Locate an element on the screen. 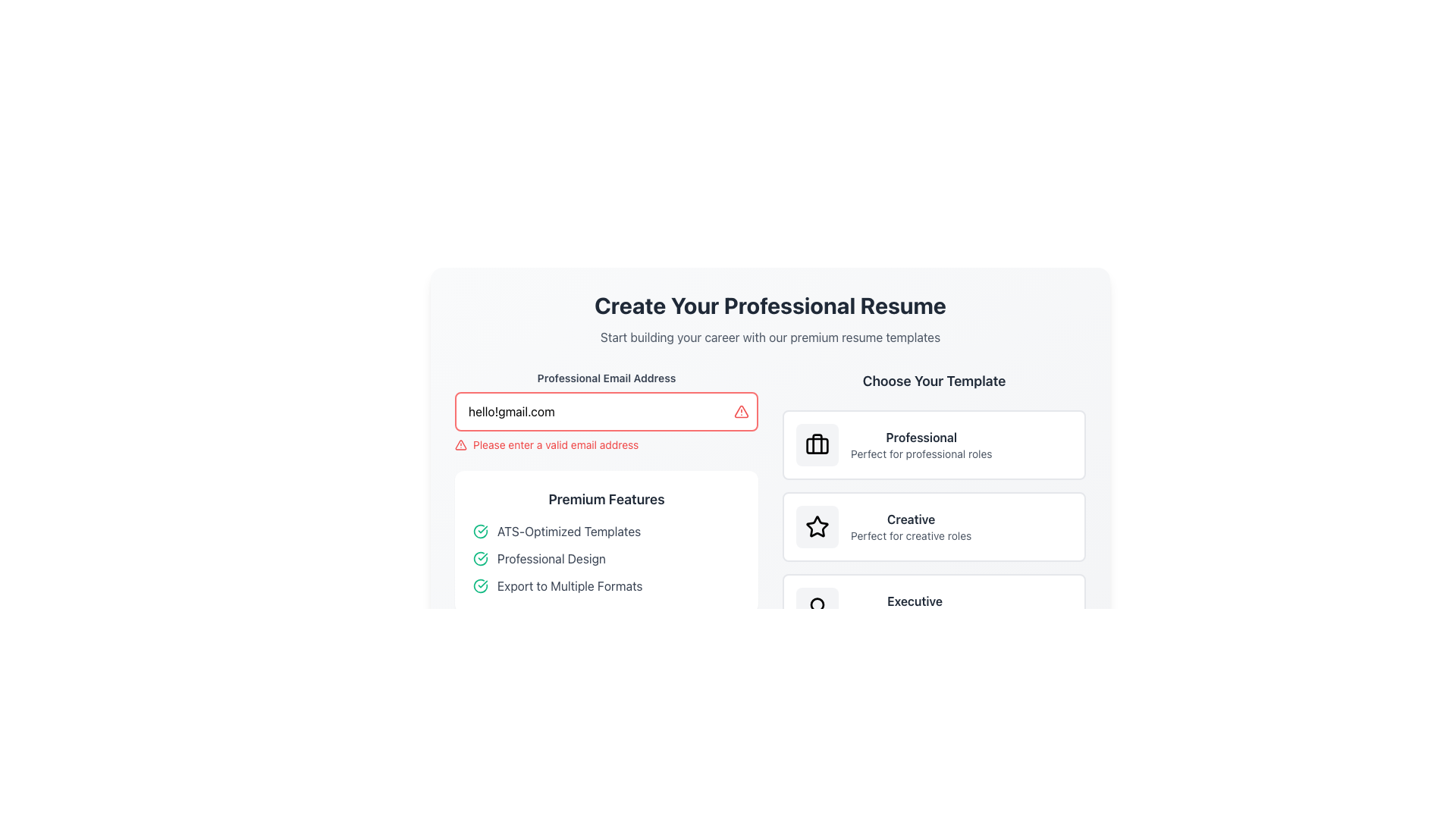 The width and height of the screenshot is (1456, 819). the 'Creative' icon located to the left of the text 'Creative Perfect for creative roles' within the 'Choose Your Template' section is located at coordinates (817, 526).